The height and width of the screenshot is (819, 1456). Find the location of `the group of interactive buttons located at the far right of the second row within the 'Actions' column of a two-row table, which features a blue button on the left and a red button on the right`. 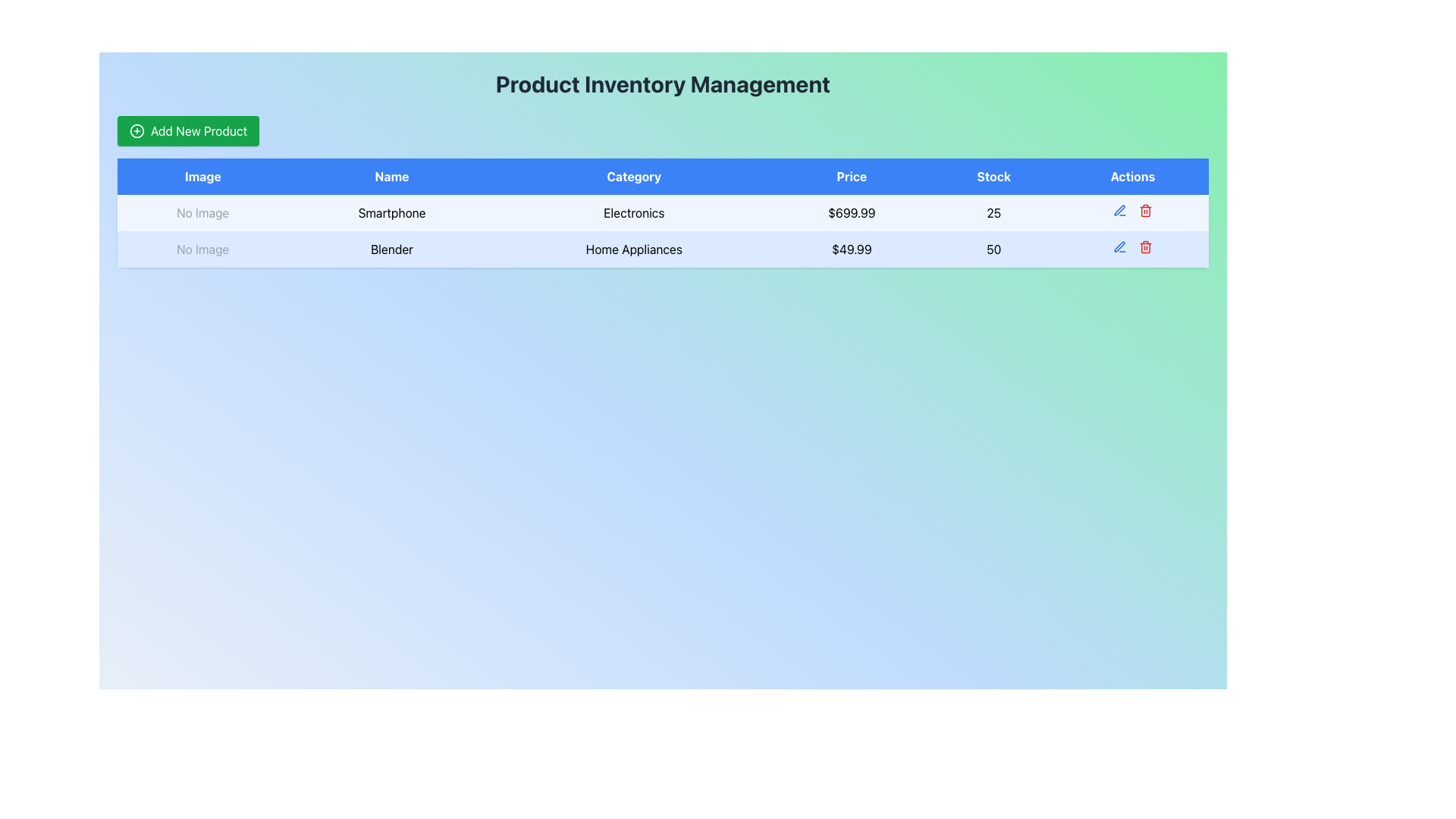

the group of interactive buttons located at the far right of the second row within the 'Actions' column of a two-row table, which features a blue button on the left and a red button on the right is located at coordinates (1132, 246).